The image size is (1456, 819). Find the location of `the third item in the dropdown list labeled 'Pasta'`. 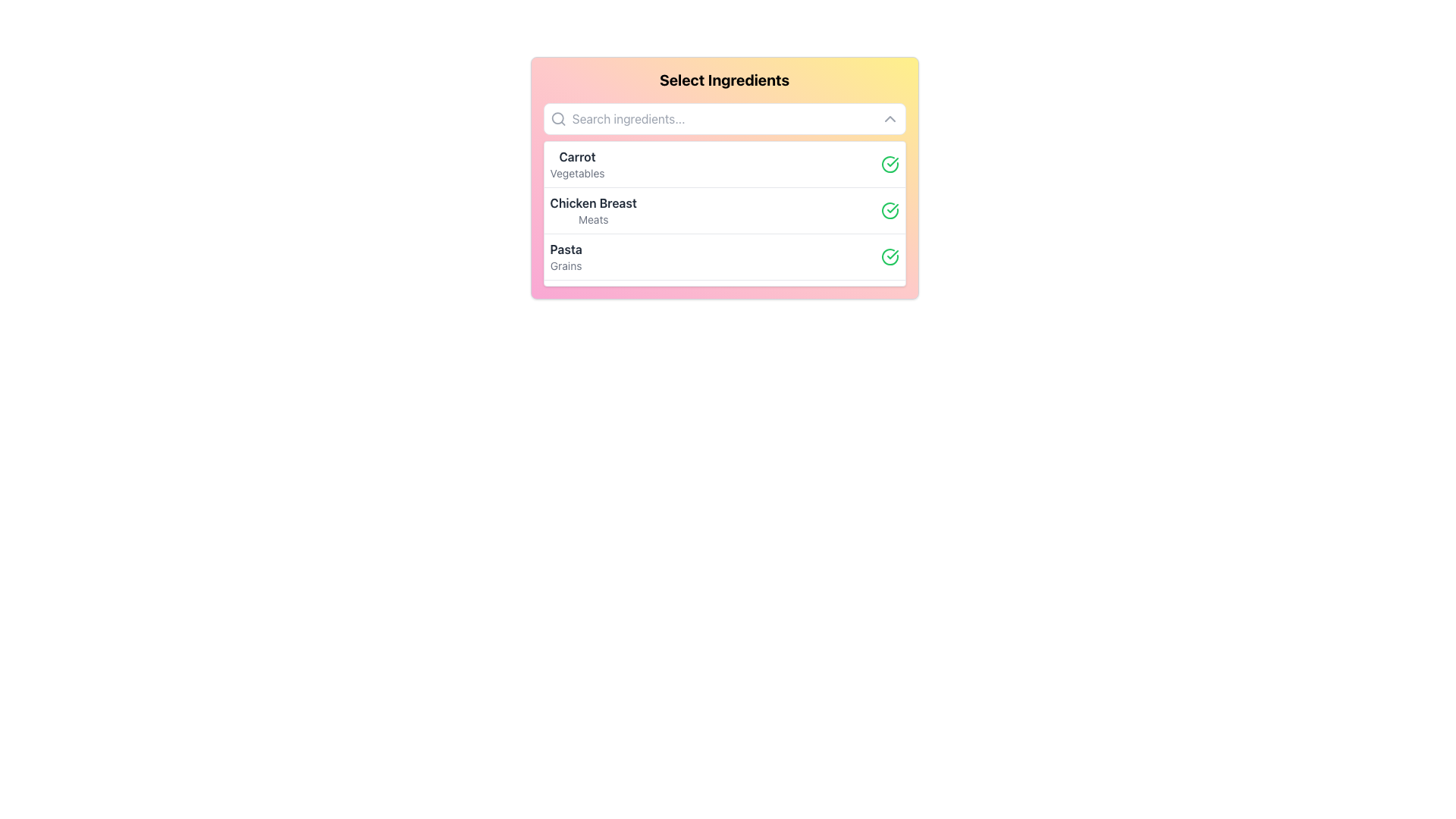

the third item in the dropdown list labeled 'Pasta' is located at coordinates (723, 256).